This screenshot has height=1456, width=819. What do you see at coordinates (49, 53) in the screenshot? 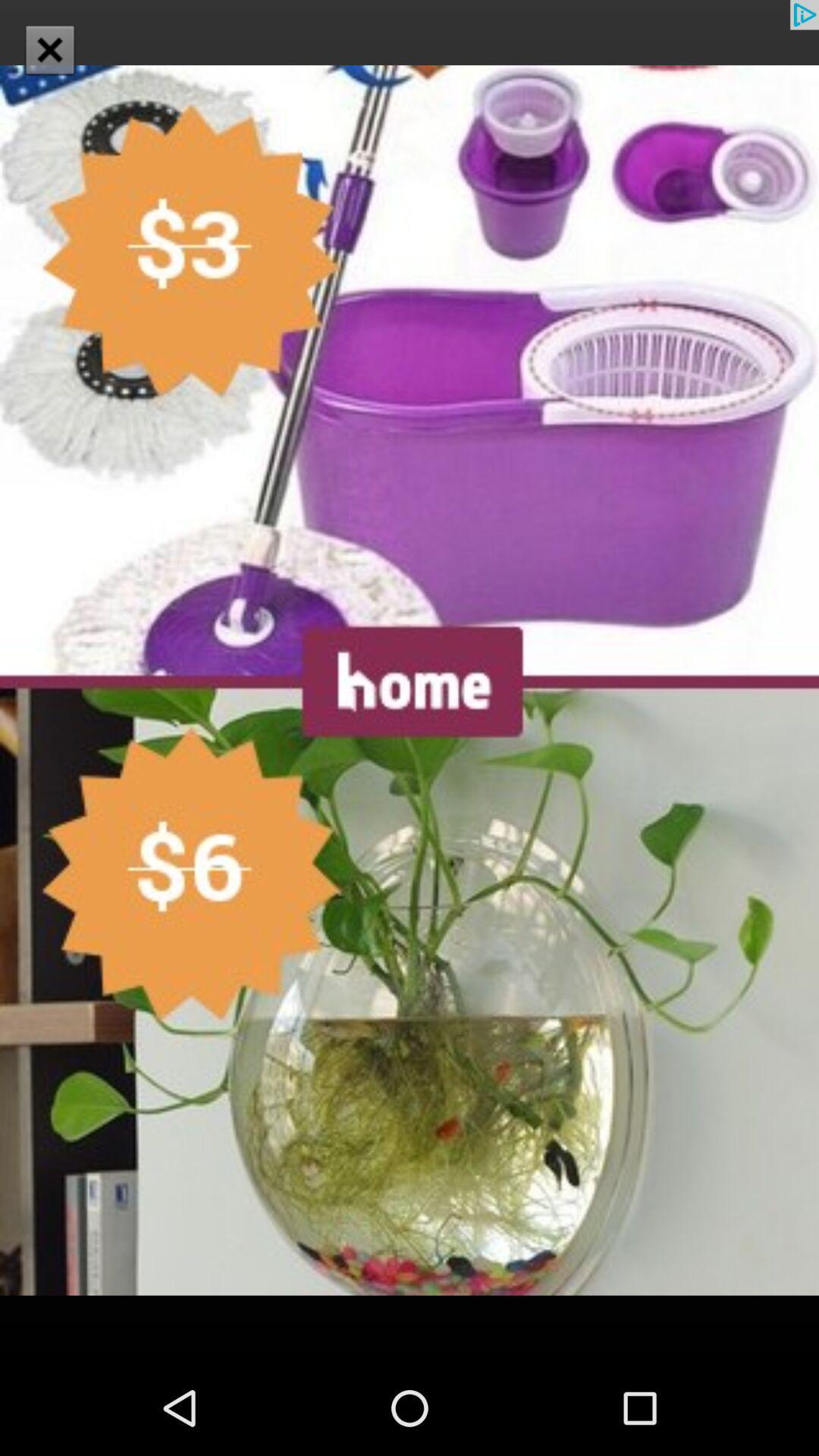
I see `the close icon` at bounding box center [49, 53].